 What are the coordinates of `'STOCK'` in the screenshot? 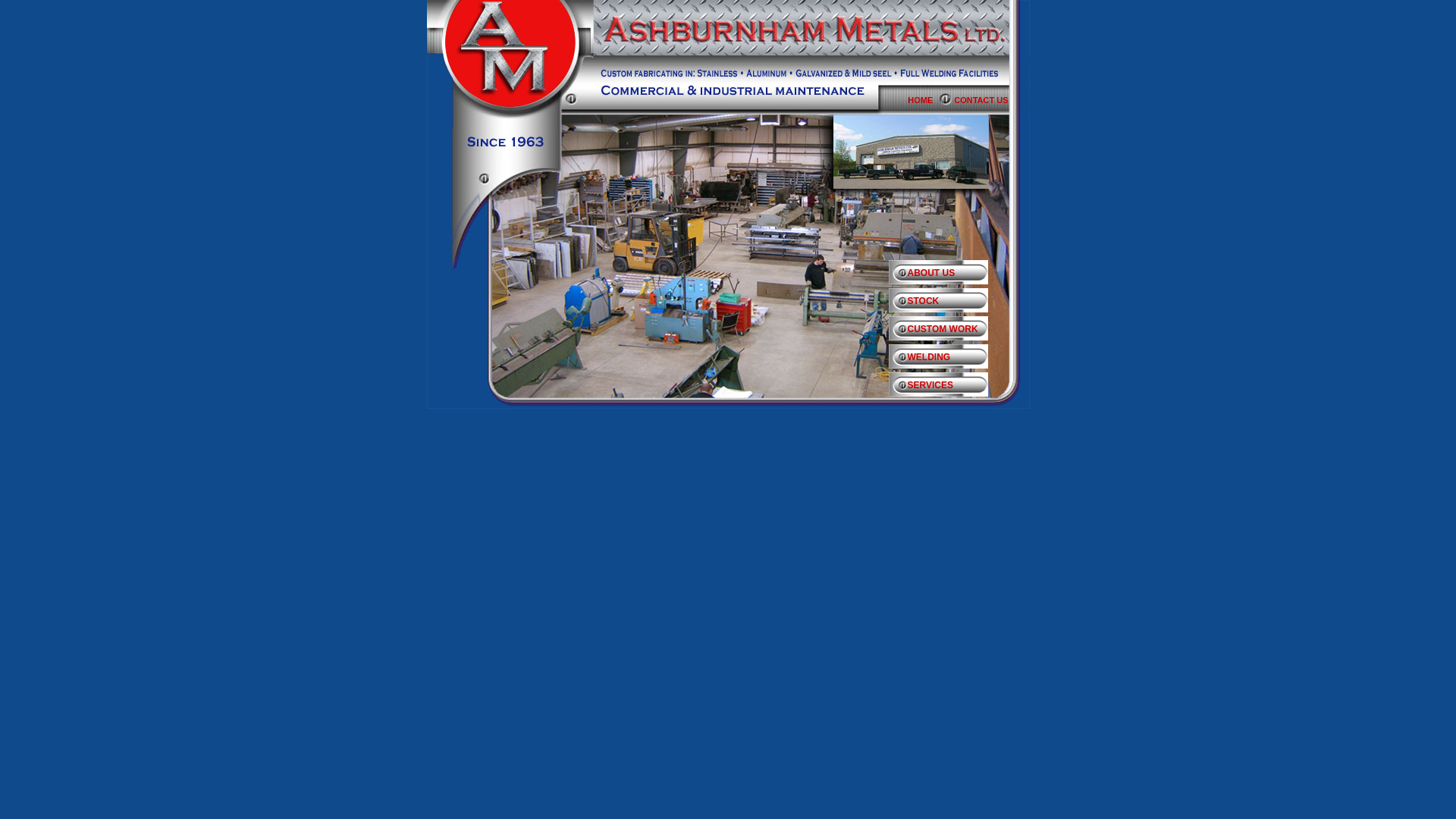 It's located at (946, 304).